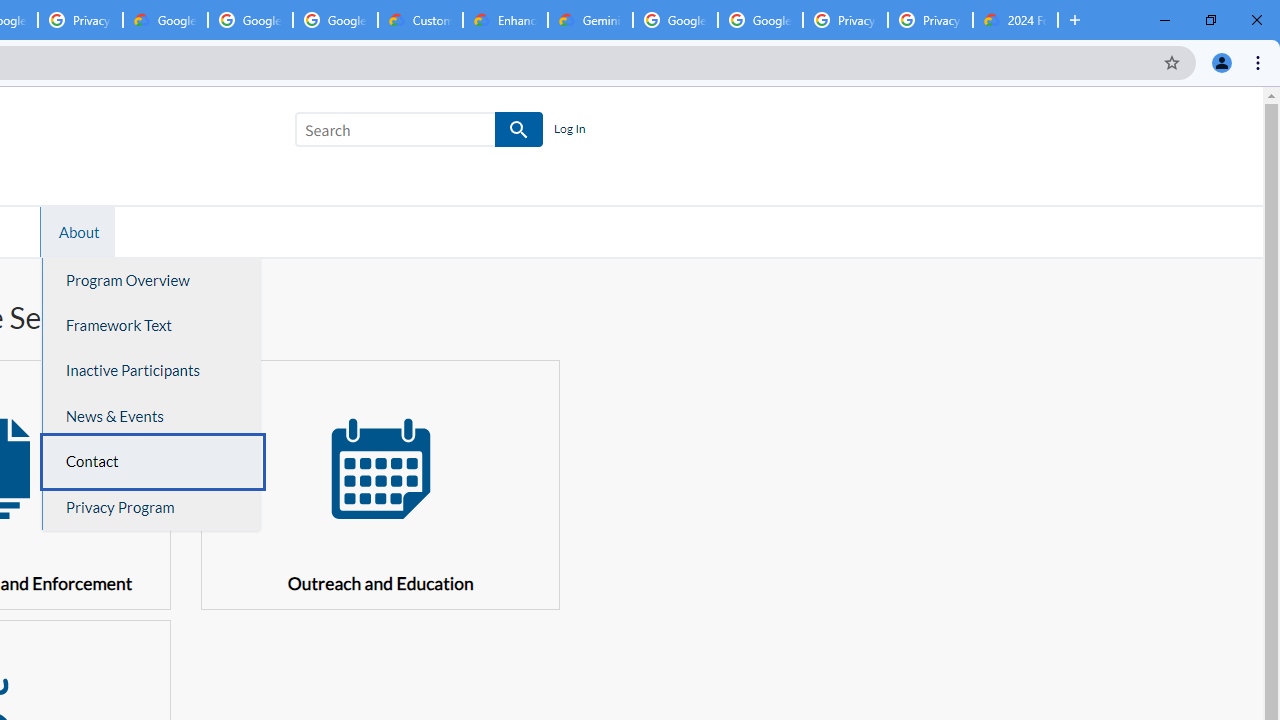 This screenshot has height=720, width=1280. Describe the element at coordinates (418, 133) in the screenshot. I see `'Search SEARCH'` at that location.